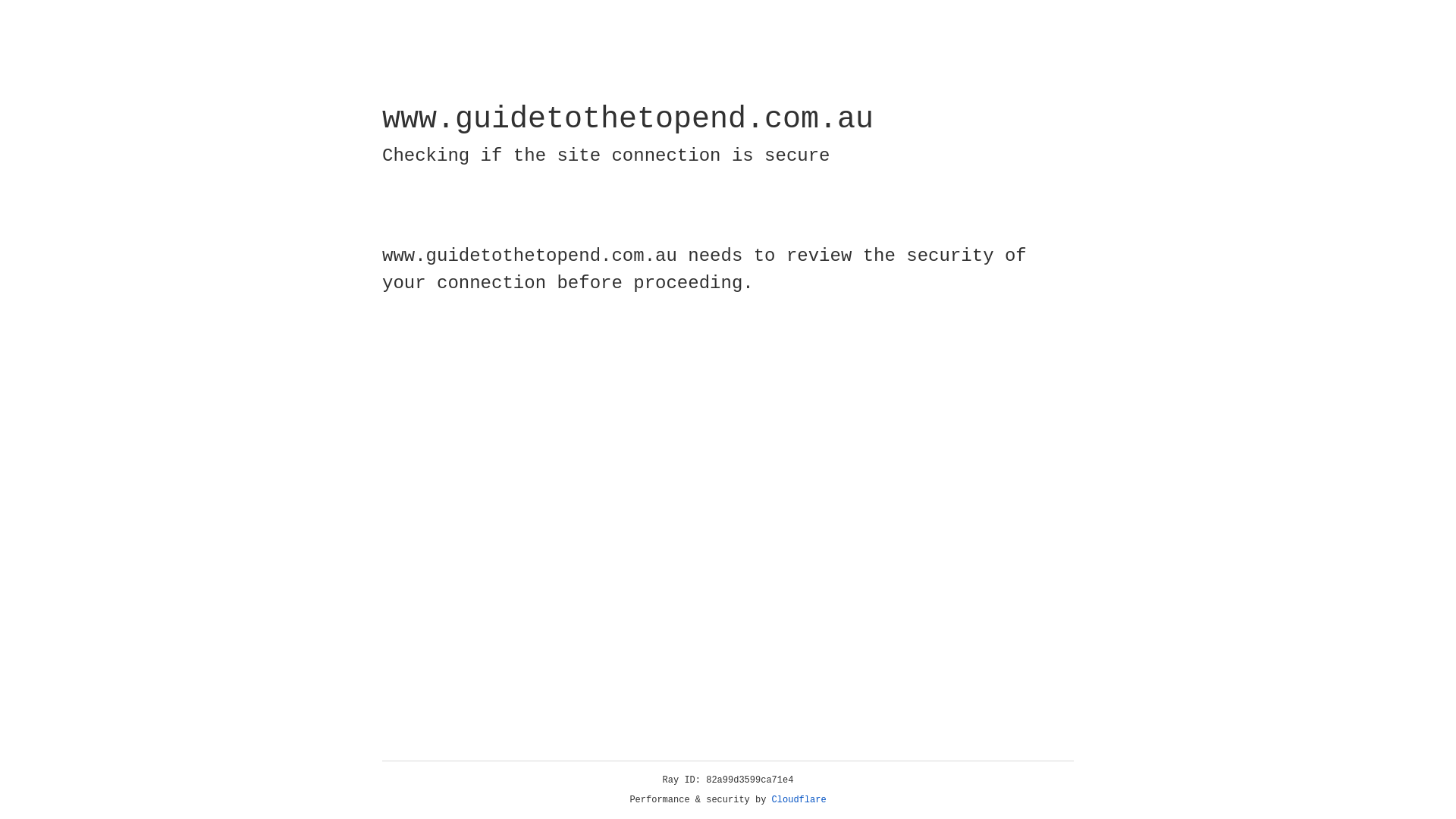  What do you see at coordinates (771, 799) in the screenshot?
I see `'Cloudflare'` at bounding box center [771, 799].